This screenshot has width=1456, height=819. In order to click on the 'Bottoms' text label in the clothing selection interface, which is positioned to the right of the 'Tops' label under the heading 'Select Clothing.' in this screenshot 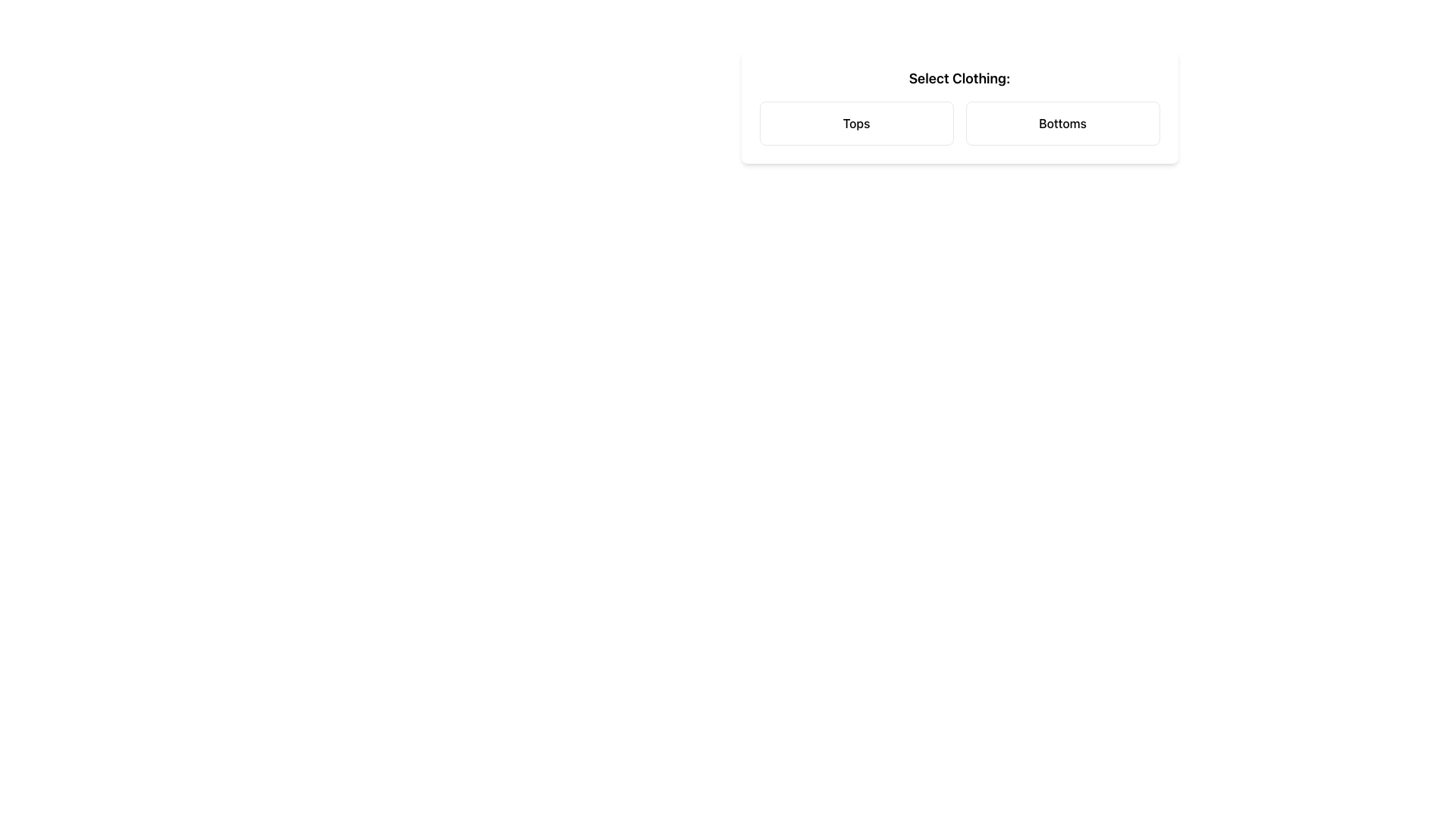, I will do `click(1062, 122)`.